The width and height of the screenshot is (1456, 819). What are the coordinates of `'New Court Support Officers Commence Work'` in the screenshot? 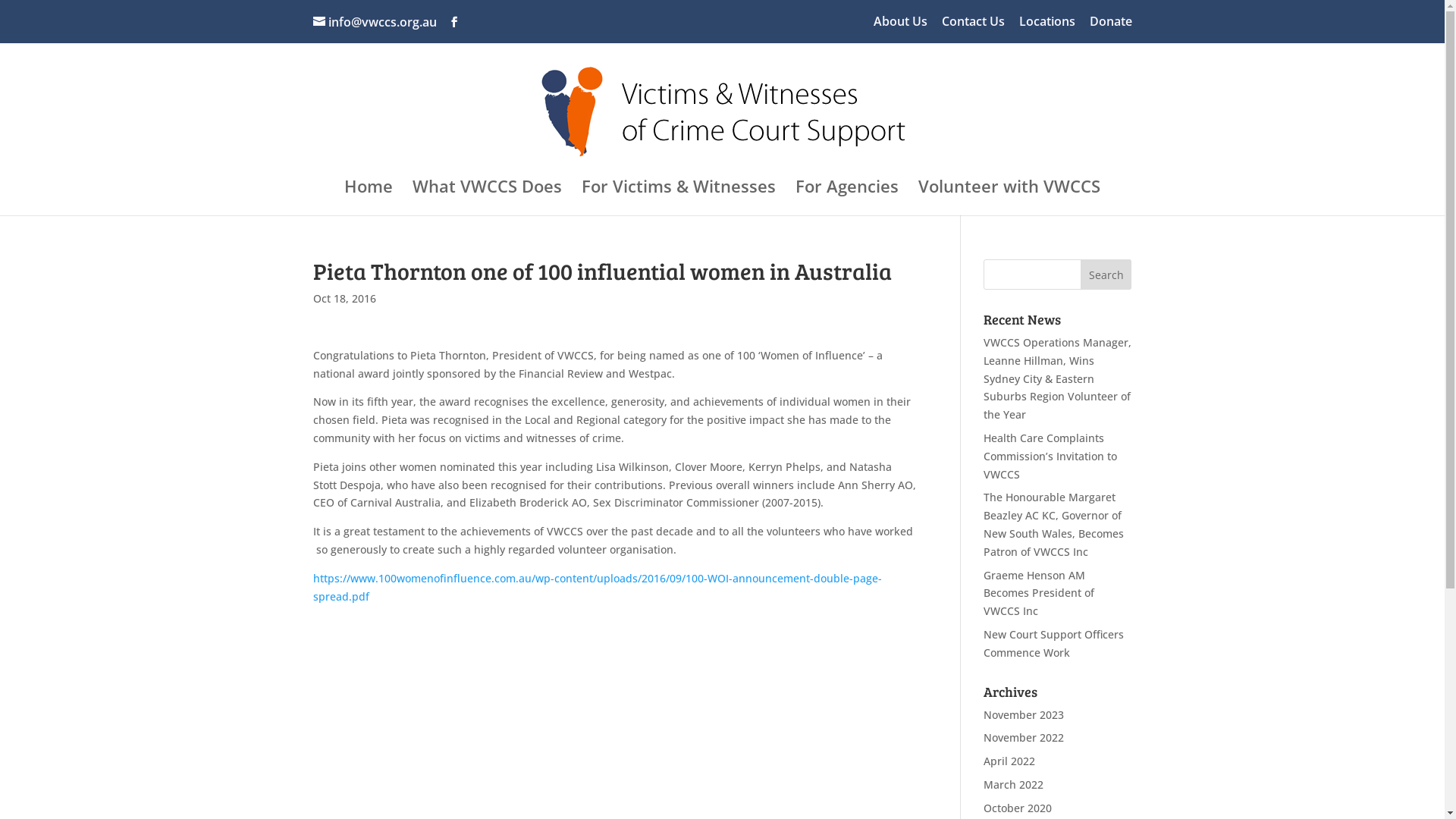 It's located at (1053, 643).